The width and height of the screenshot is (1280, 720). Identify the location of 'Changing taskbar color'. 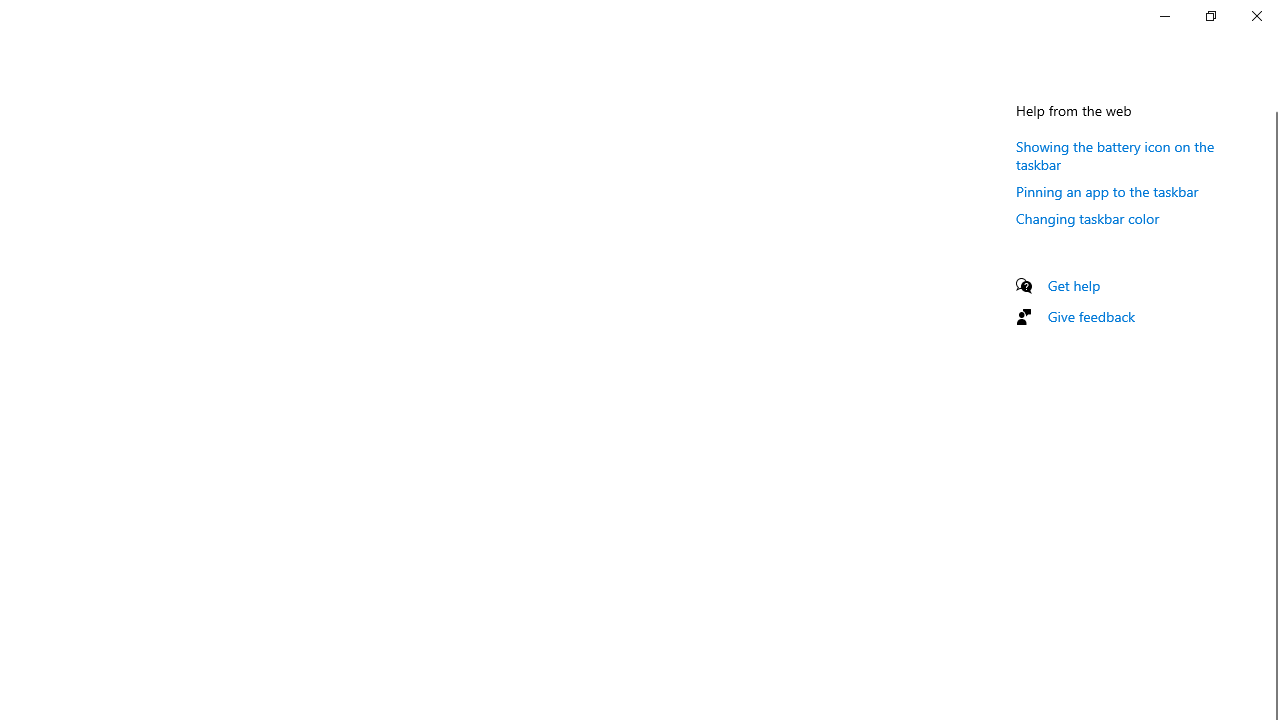
(1087, 218).